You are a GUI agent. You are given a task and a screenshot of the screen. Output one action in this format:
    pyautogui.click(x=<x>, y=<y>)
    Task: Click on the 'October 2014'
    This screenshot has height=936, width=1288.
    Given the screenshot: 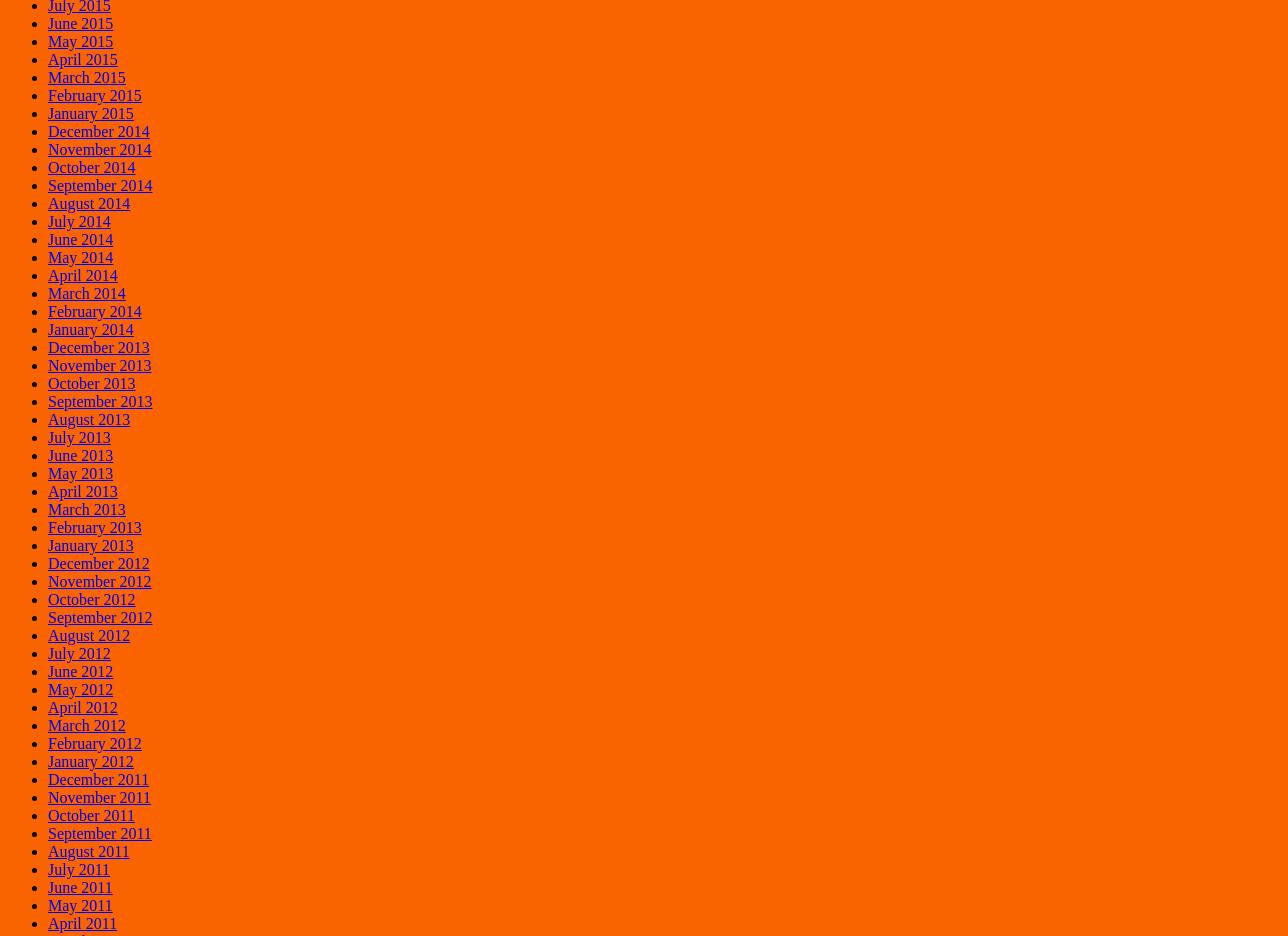 What is the action you would take?
    pyautogui.click(x=91, y=165)
    